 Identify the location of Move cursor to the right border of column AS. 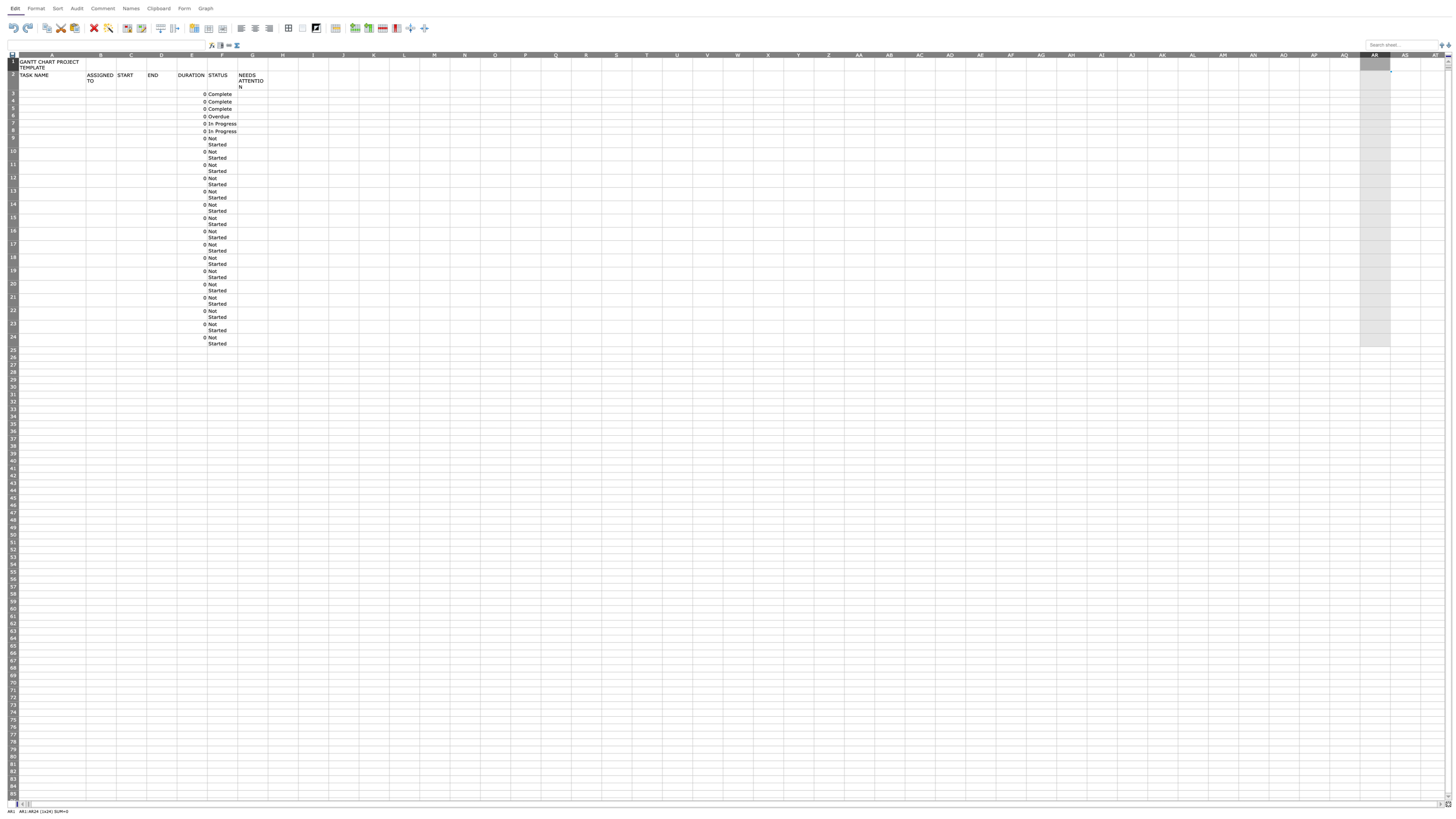
(1421, 54).